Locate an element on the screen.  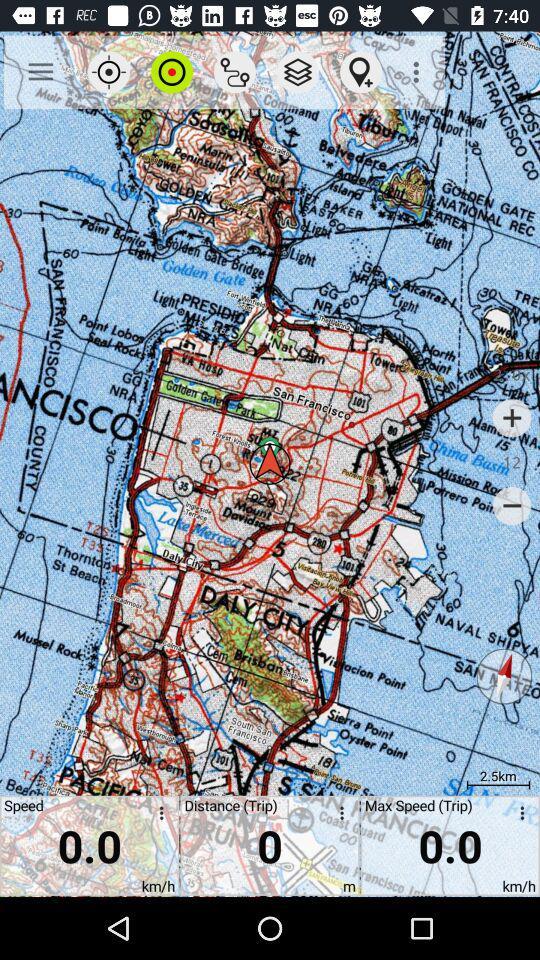
options for distance is located at coordinates (337, 816).